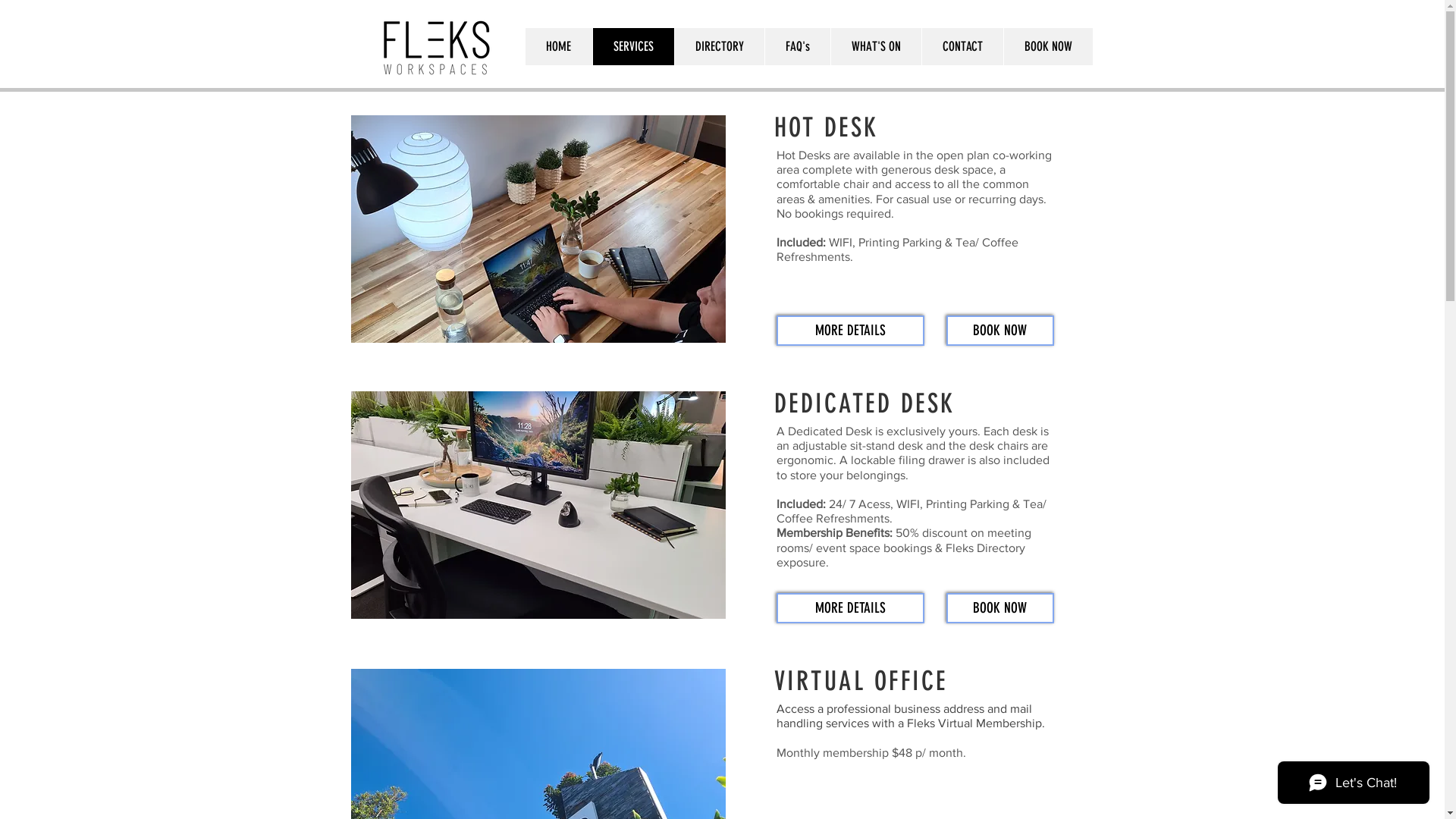  What do you see at coordinates (1000, 607) in the screenshot?
I see `'BOOK NOW'` at bounding box center [1000, 607].